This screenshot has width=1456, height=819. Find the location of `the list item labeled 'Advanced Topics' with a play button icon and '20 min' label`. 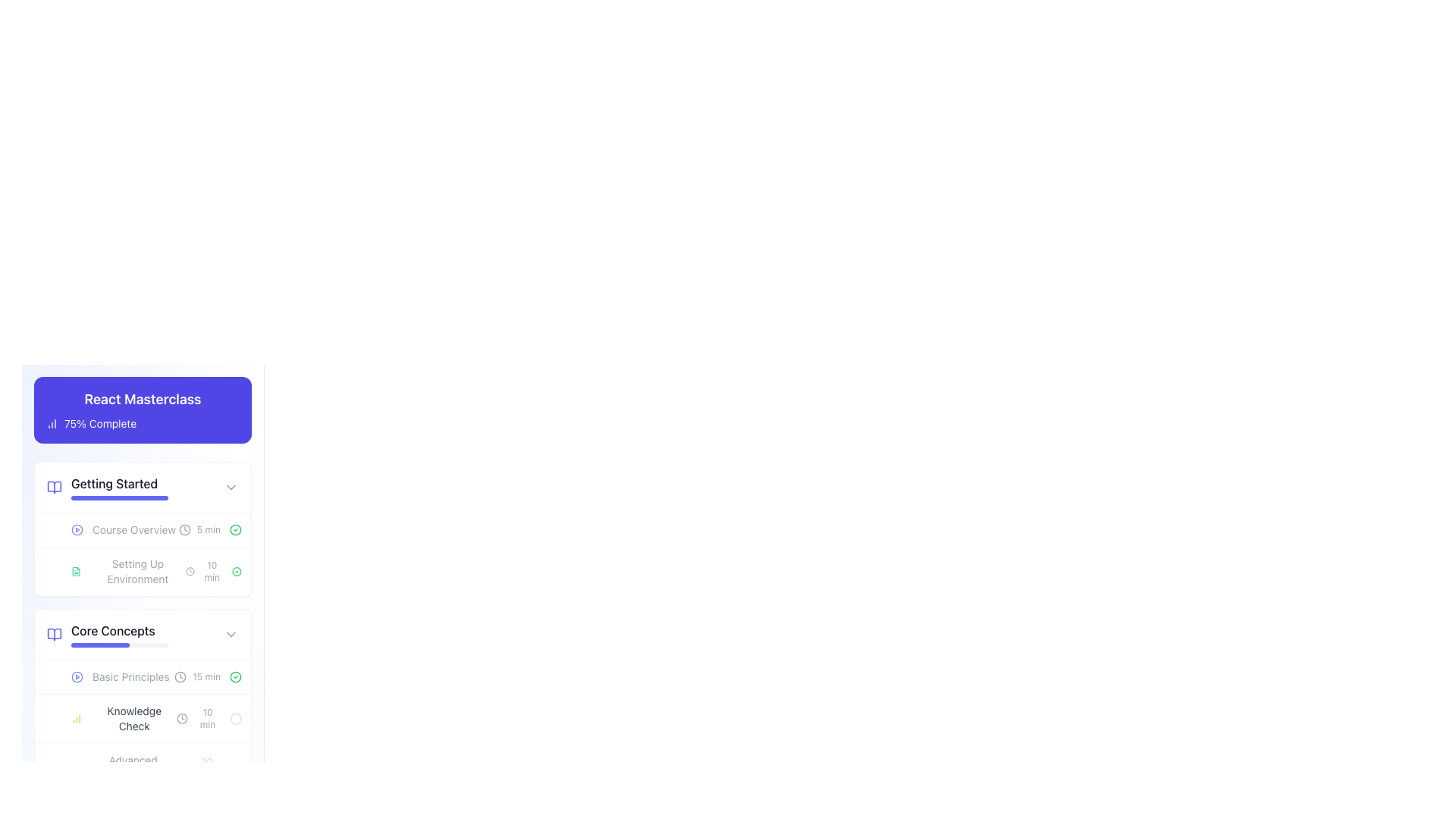

the list item labeled 'Advanced Topics' with a play button icon and '20 min' label is located at coordinates (143, 767).